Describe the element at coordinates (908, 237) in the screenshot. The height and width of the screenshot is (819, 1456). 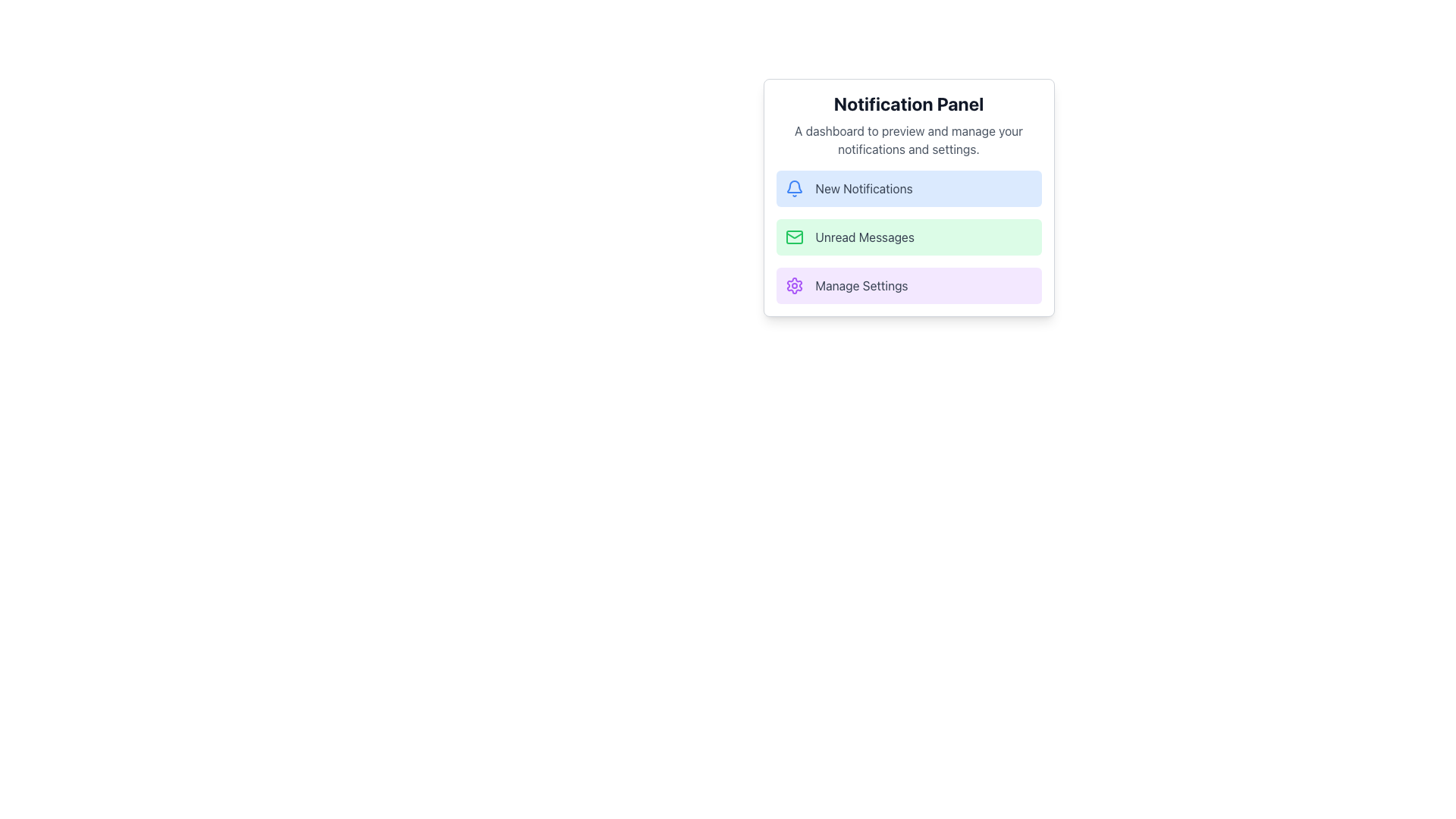
I see `the 'Unread Messages' button, which is a light green button with rounded corners and an envelope icon` at that location.